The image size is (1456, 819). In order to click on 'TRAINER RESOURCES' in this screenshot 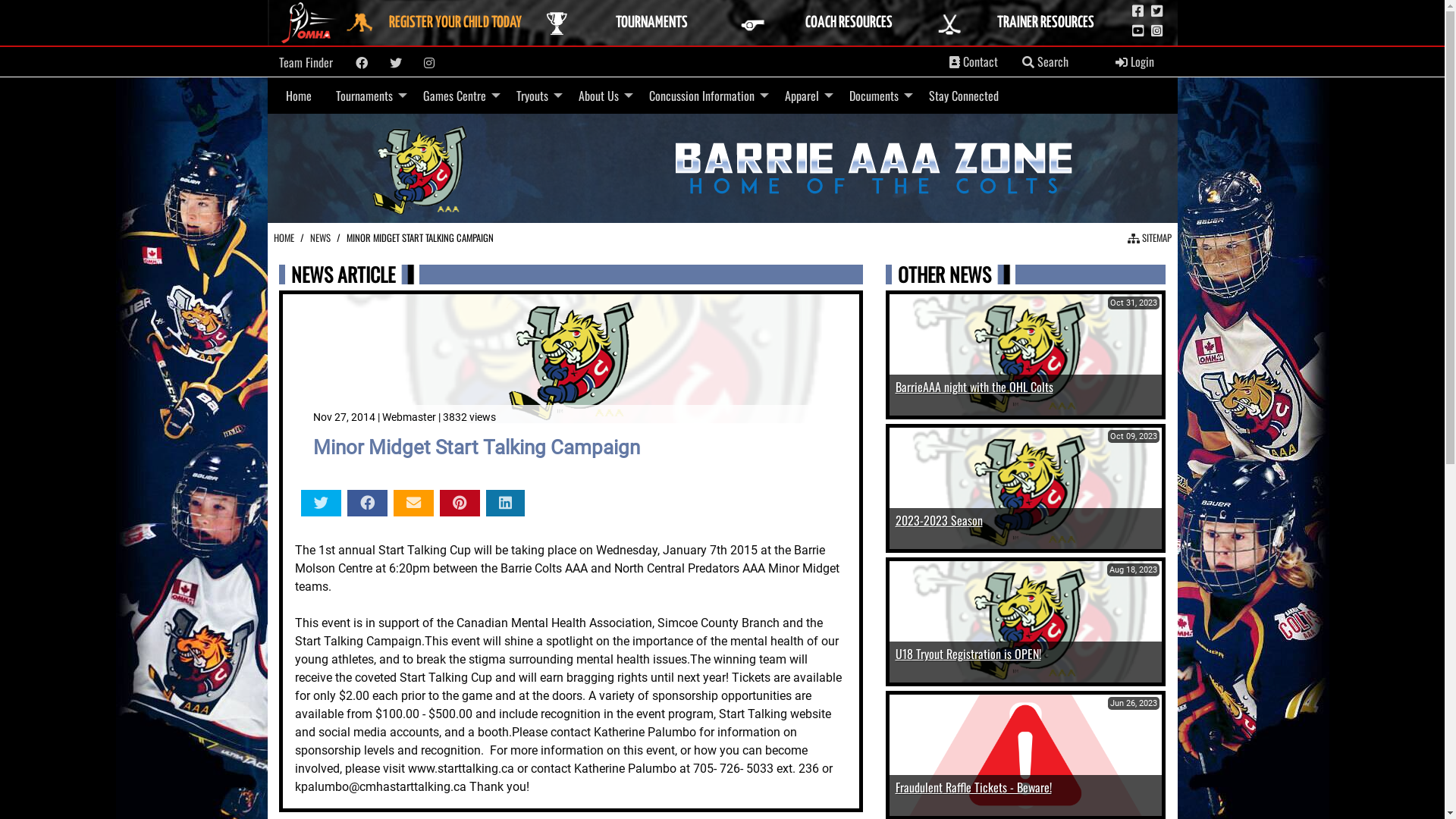, I will do `click(1030, 23)`.